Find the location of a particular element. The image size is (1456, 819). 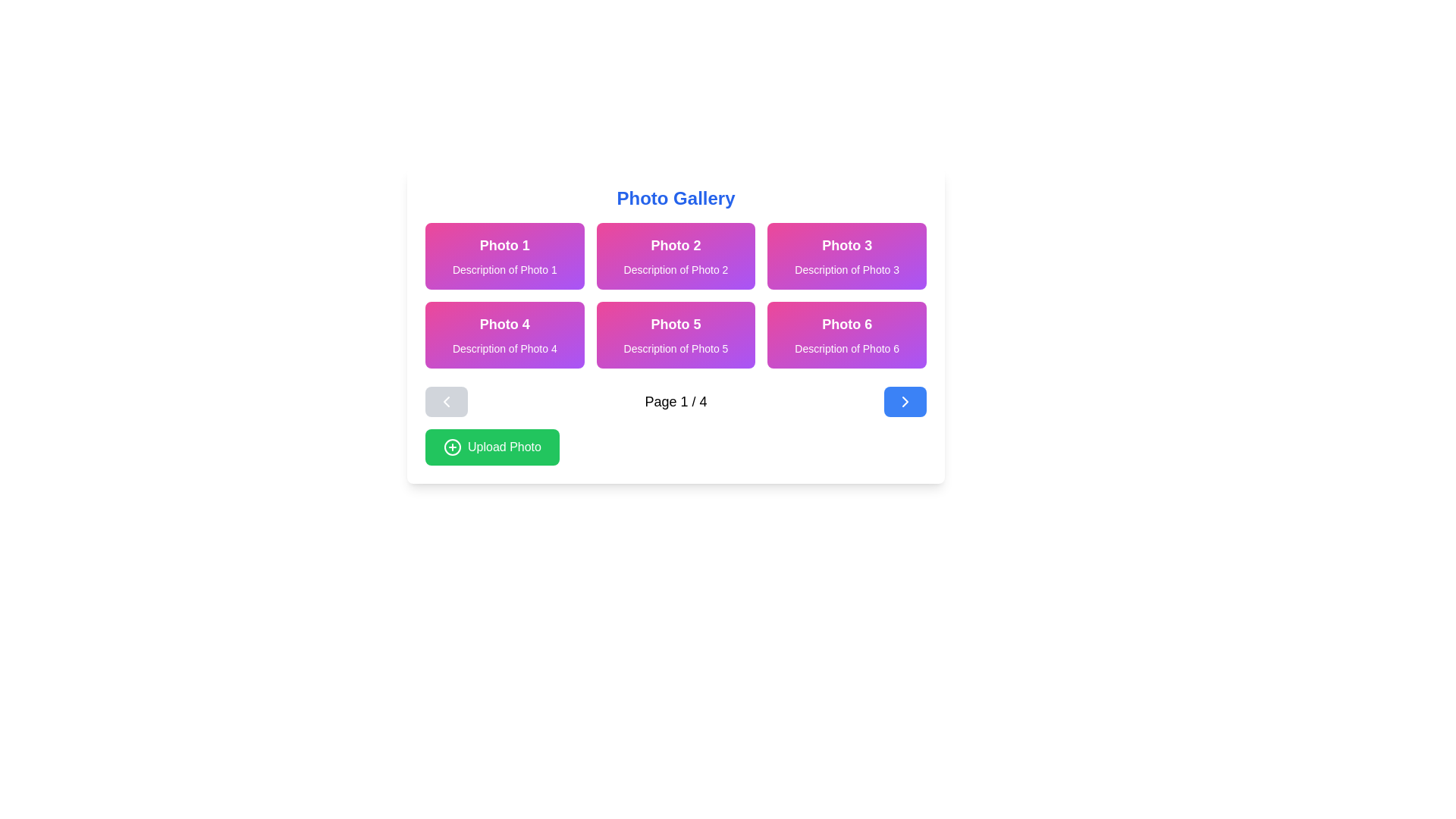

the informational card displaying 'Photo 6' located in the lower-right corner of the 3x2 grid layout is located at coordinates (846, 334).